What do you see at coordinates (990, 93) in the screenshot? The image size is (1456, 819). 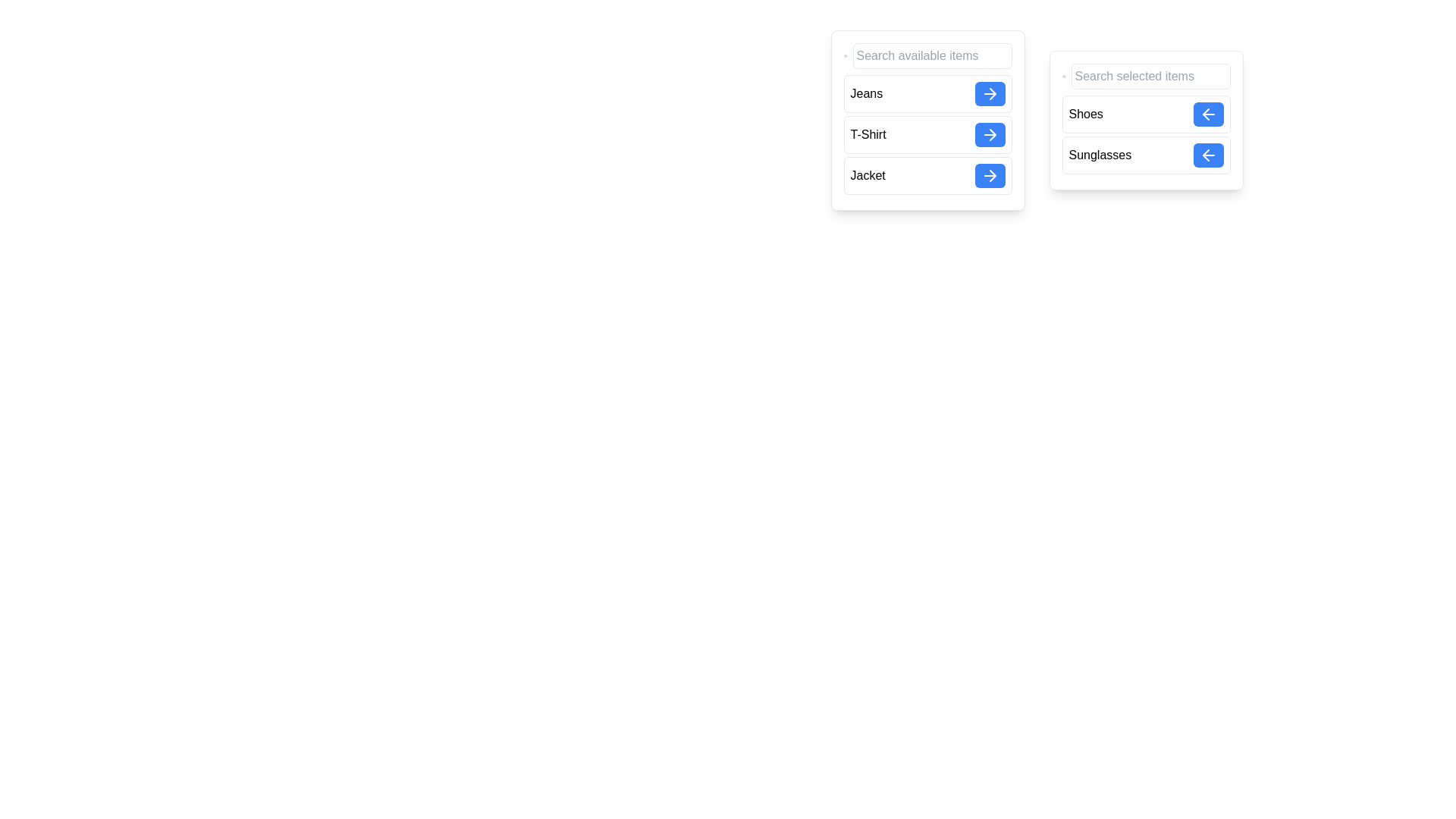 I see `the button labeled 'Jeans' to move it from 'available items' to 'selected items'` at bounding box center [990, 93].